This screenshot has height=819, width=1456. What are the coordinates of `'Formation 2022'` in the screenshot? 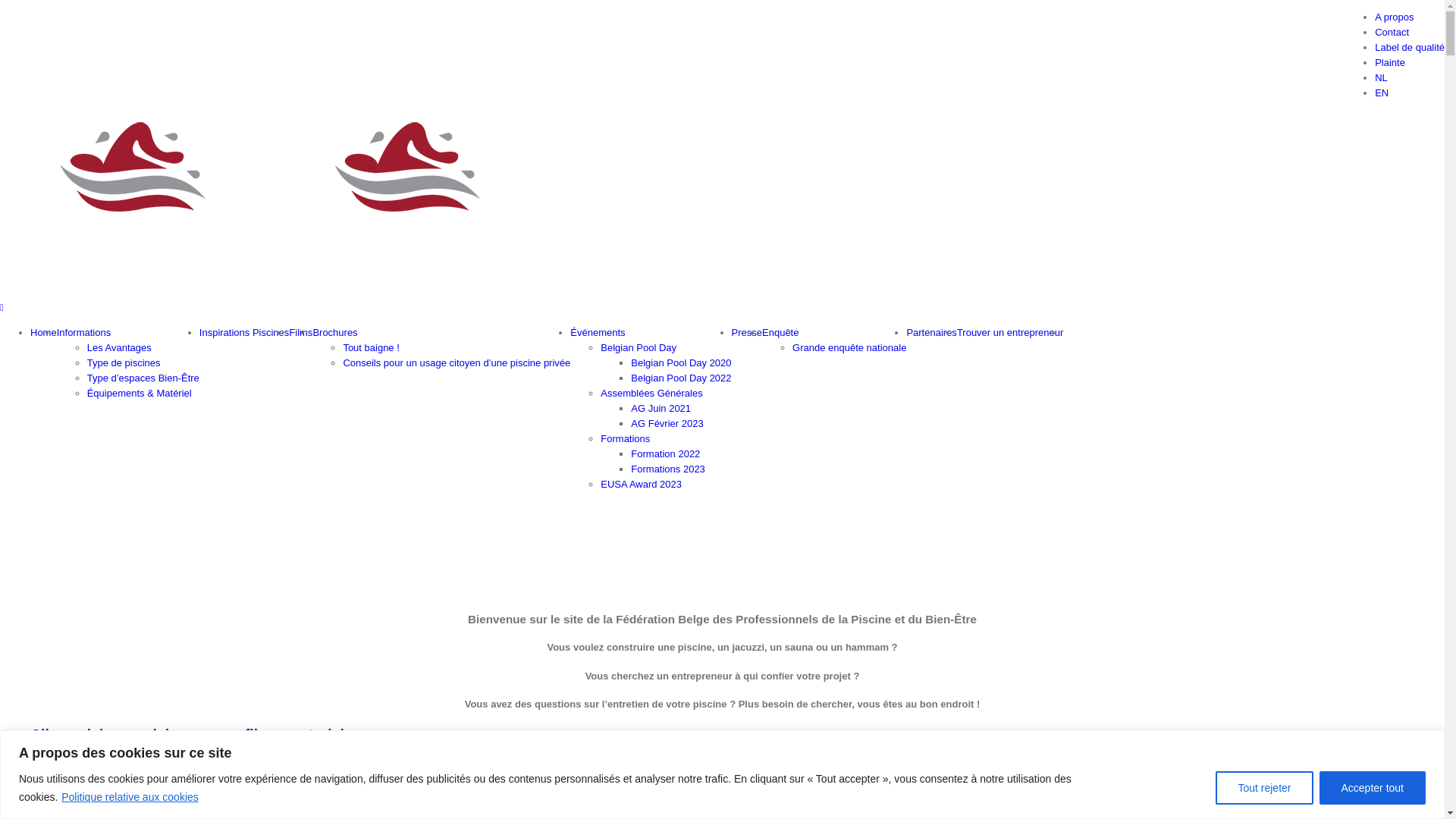 It's located at (665, 453).